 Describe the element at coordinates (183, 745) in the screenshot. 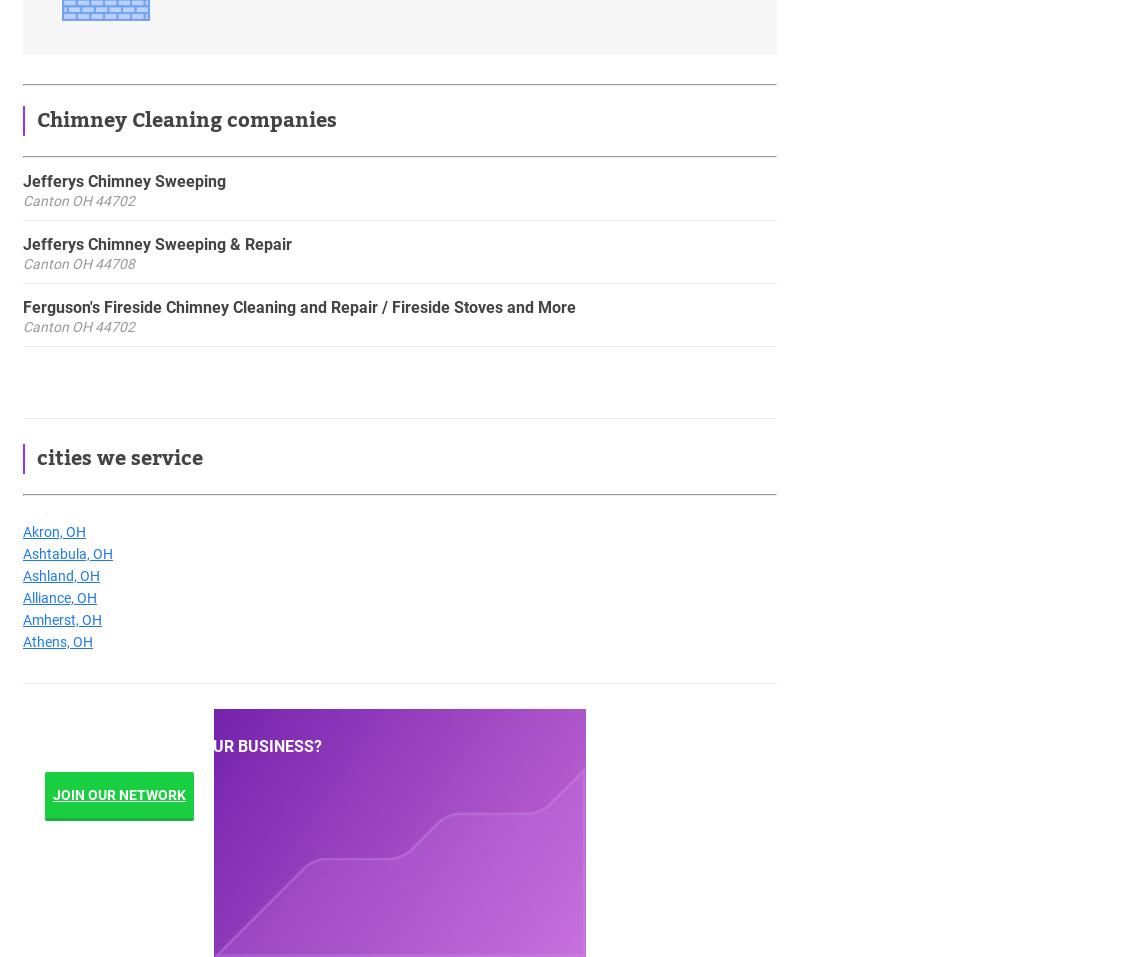

I see `'Looking to grow your business?'` at that location.